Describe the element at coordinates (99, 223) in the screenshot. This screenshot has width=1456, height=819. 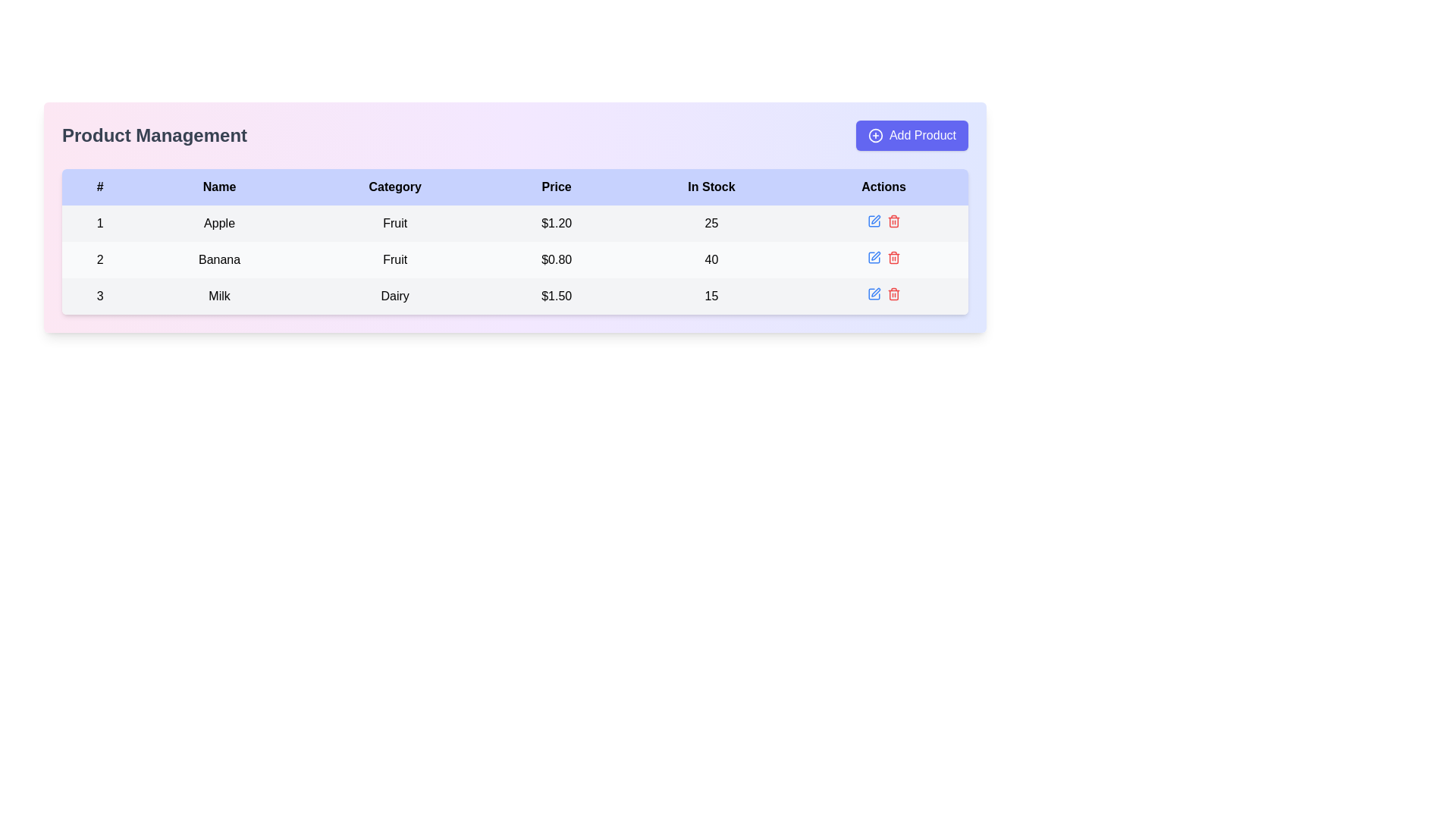
I see `the text element that serves as an identifier in the first row and first column of the table, located underneath the '#' header` at that location.